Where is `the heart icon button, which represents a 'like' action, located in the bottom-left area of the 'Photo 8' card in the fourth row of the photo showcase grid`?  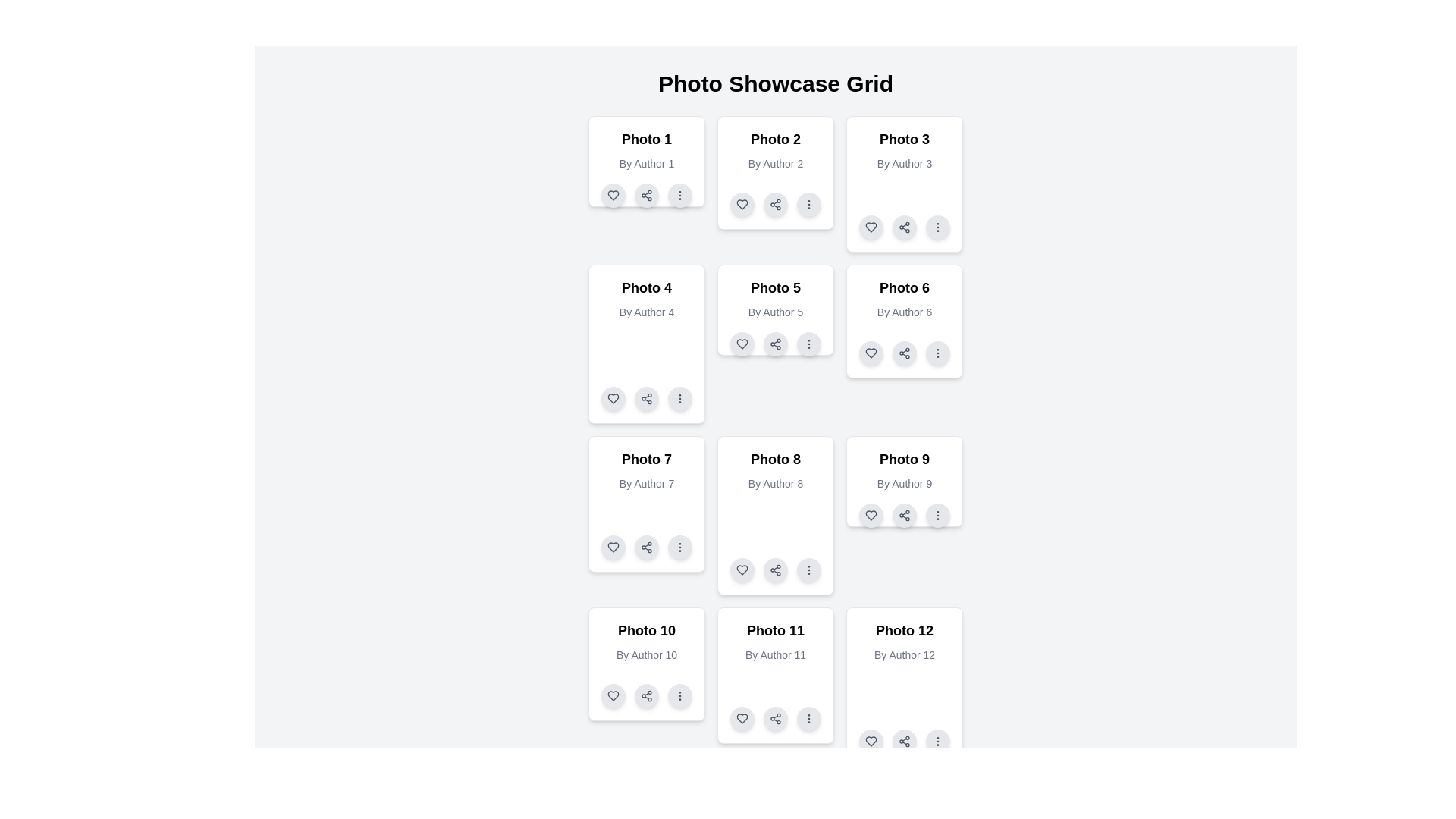 the heart icon button, which represents a 'like' action, located in the bottom-left area of the 'Photo 8' card in the fourth row of the photo showcase grid is located at coordinates (742, 570).